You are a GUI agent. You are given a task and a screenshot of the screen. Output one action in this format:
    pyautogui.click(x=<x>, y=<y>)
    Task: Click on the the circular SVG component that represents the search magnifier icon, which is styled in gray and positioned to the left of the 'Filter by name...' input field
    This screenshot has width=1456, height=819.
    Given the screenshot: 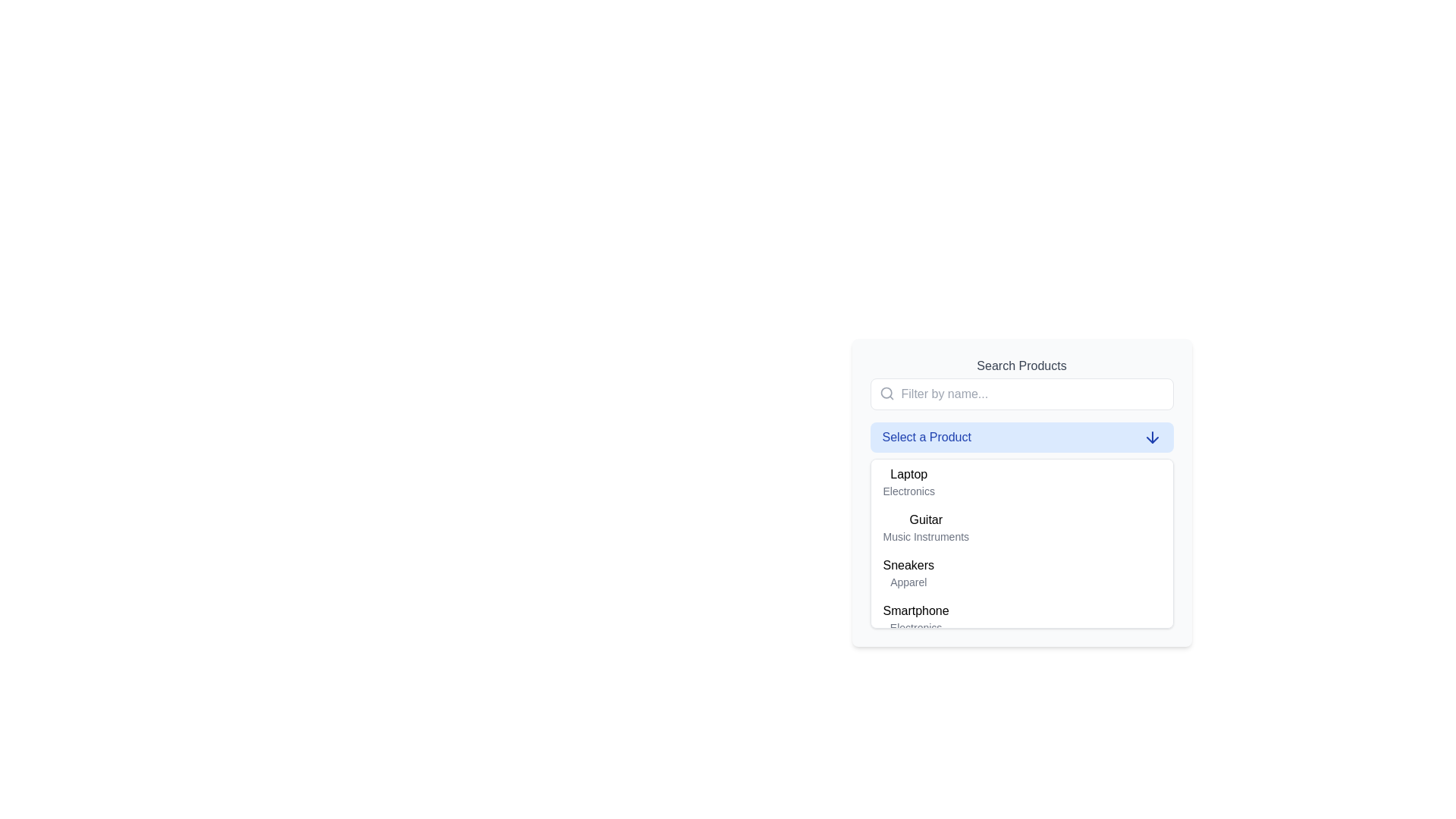 What is the action you would take?
    pyautogui.click(x=886, y=392)
    